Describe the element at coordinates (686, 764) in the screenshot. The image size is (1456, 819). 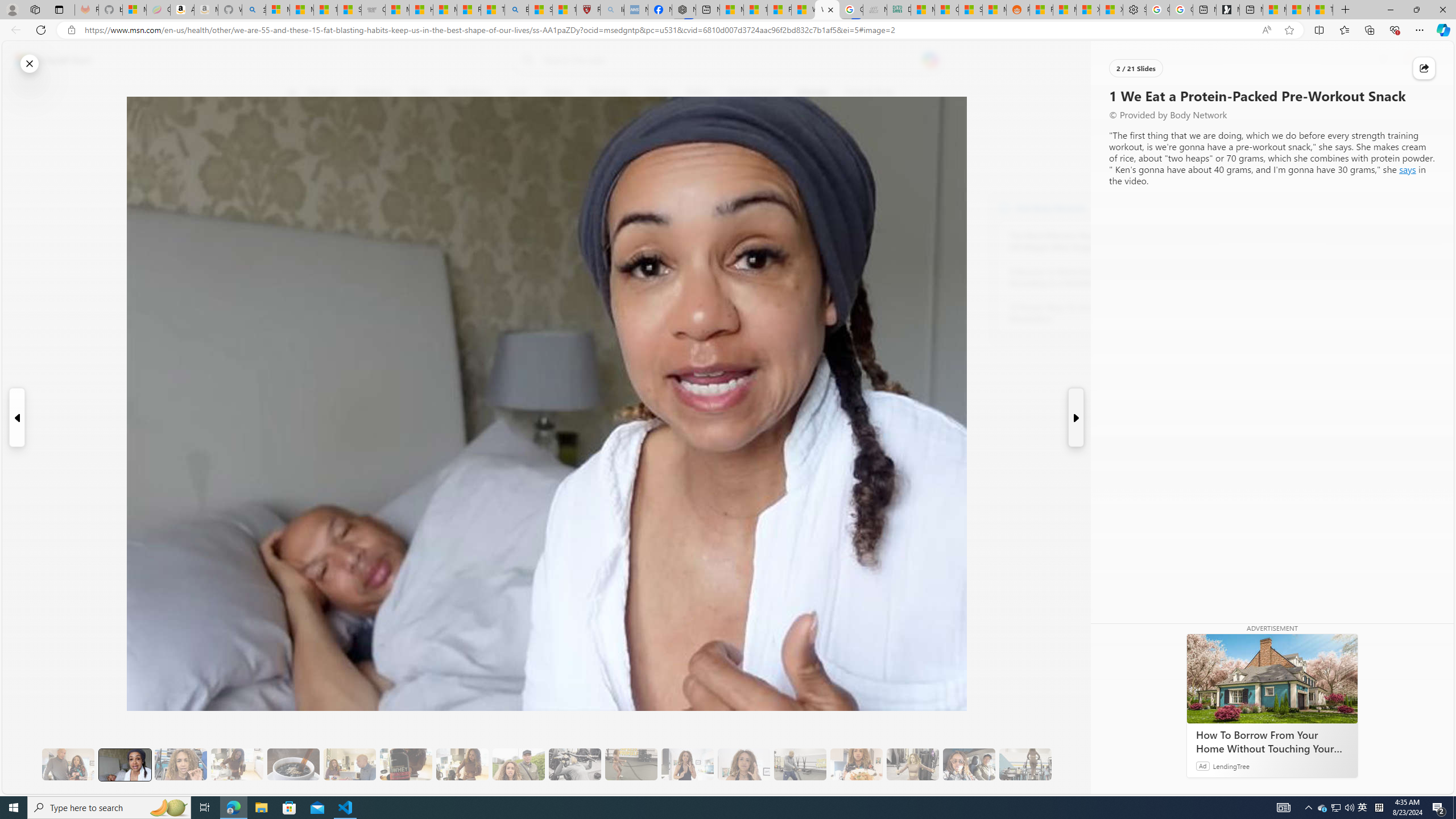
I see `'11 They Eat More Protein for Breakfast'` at that location.